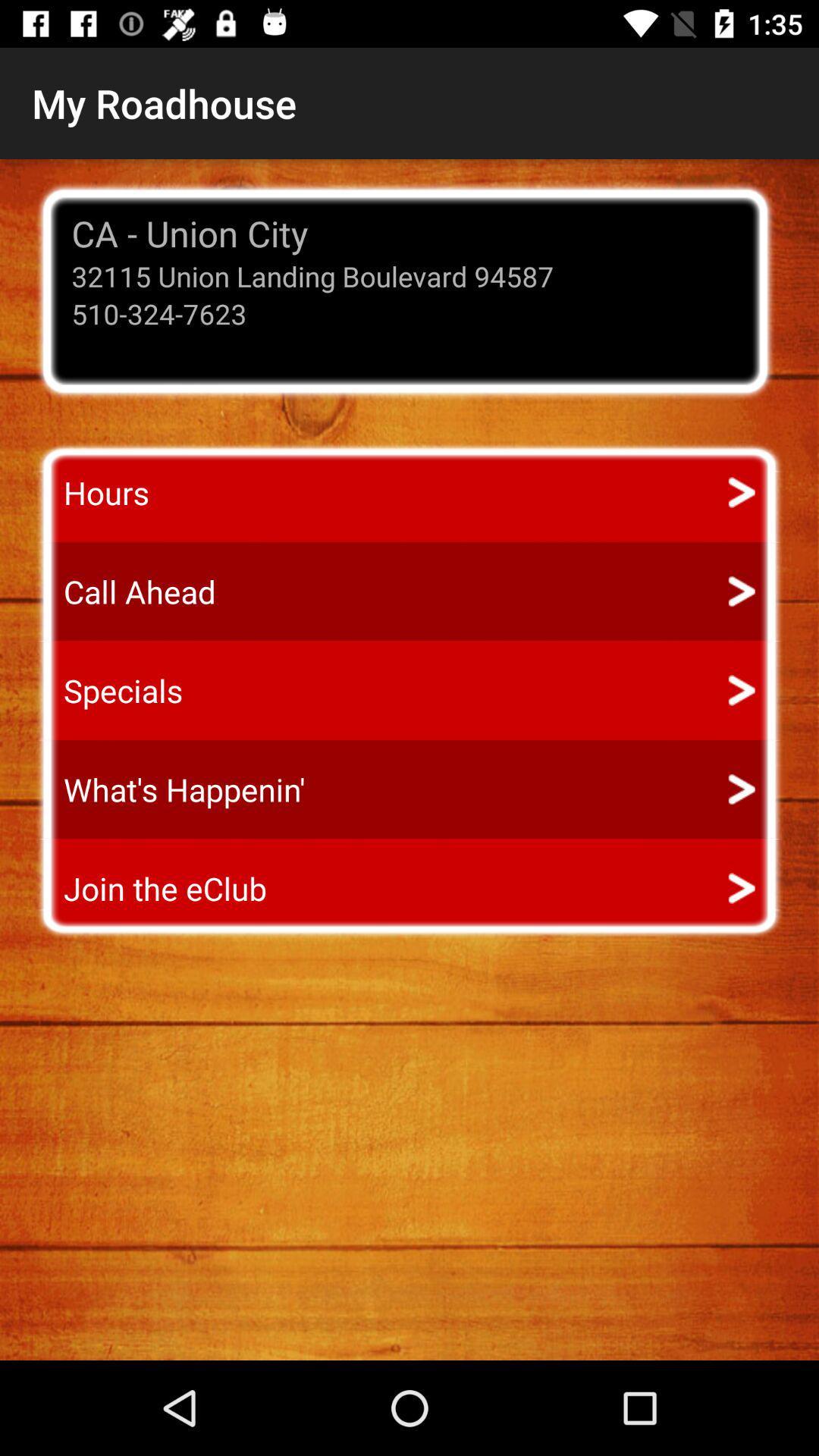  I want to click on the join the eclub, so click(151, 888).